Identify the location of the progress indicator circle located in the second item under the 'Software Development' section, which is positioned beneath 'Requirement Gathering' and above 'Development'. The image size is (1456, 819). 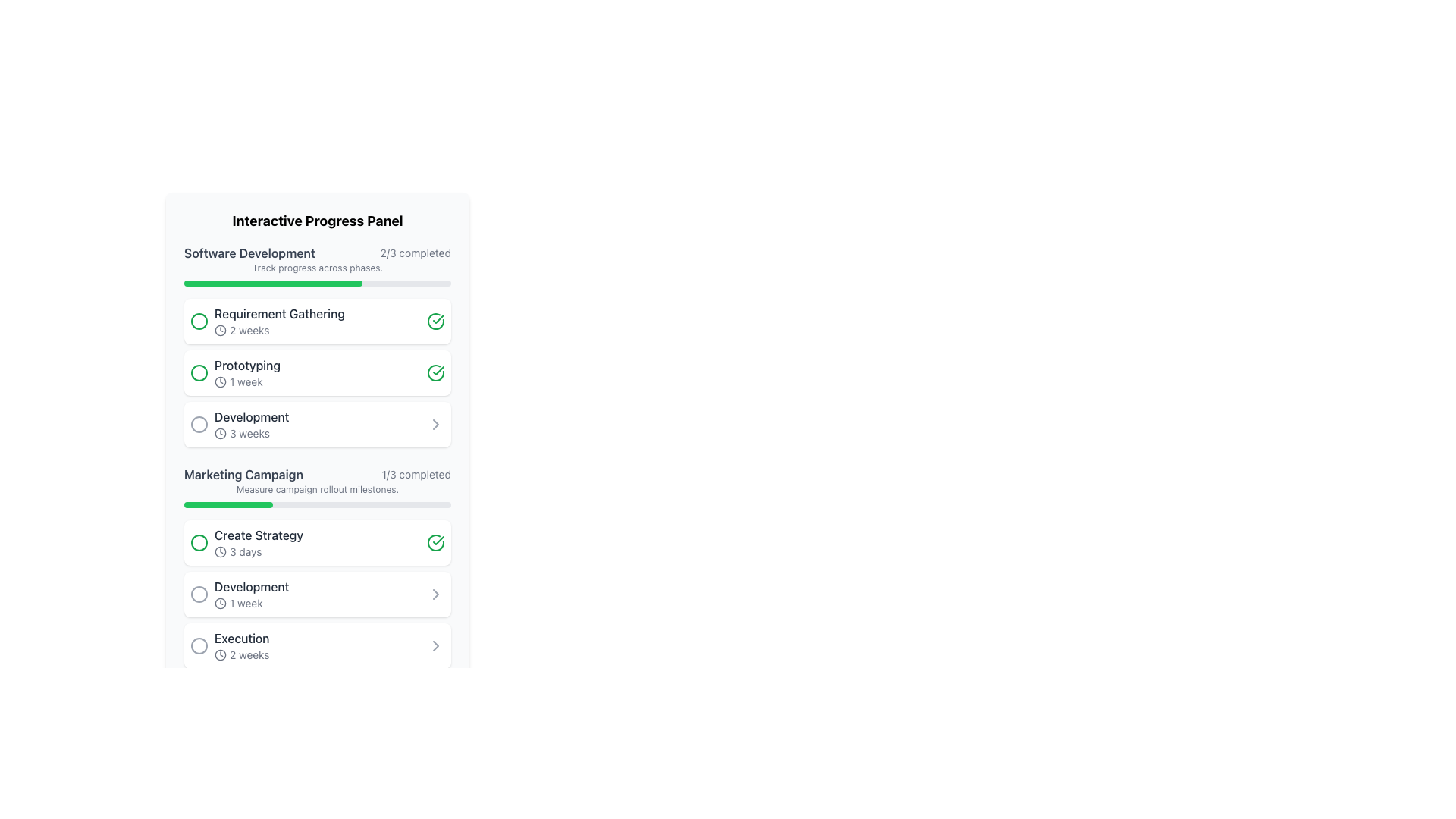
(199, 373).